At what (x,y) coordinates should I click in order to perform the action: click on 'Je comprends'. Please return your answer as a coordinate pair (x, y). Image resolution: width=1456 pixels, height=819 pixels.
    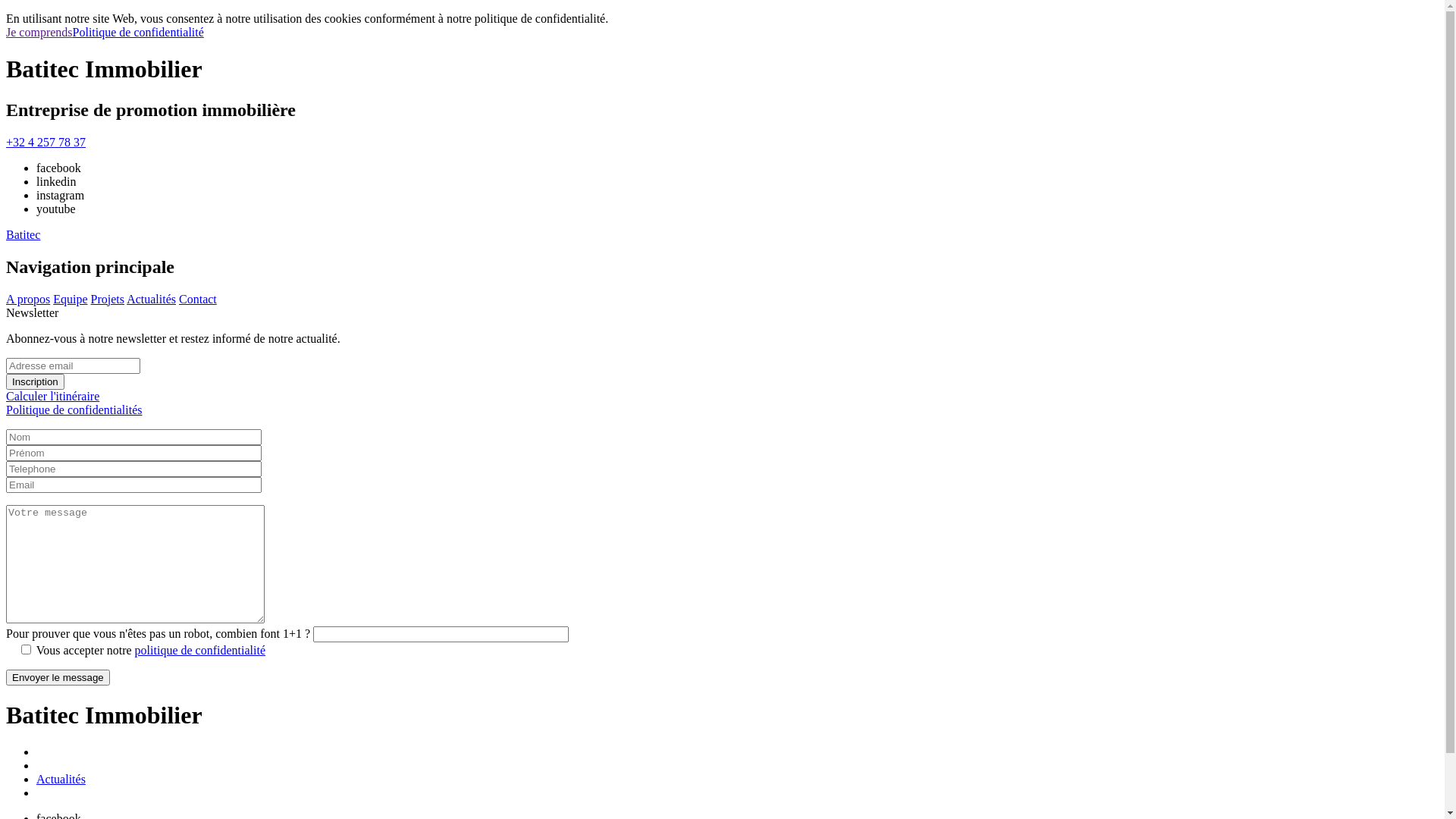
    Looking at the image, I should click on (39, 32).